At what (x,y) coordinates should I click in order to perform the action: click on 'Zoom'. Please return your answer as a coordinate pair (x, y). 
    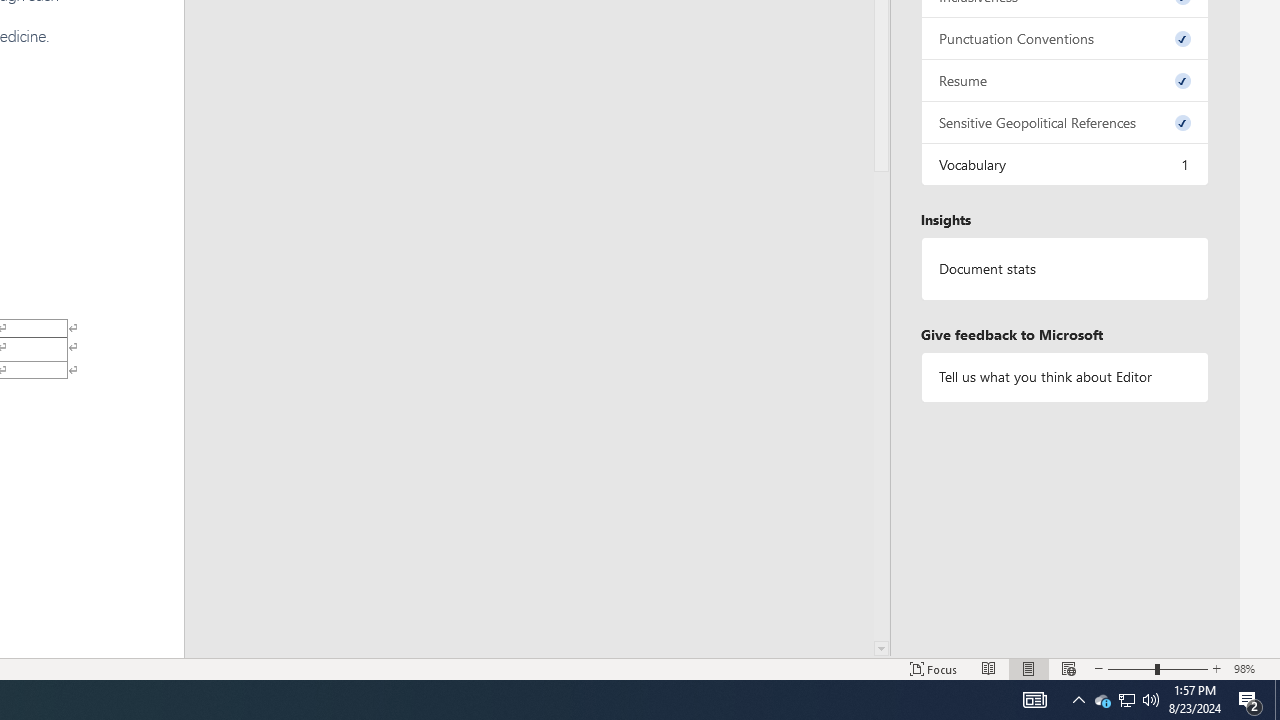
    Looking at the image, I should click on (1158, 669).